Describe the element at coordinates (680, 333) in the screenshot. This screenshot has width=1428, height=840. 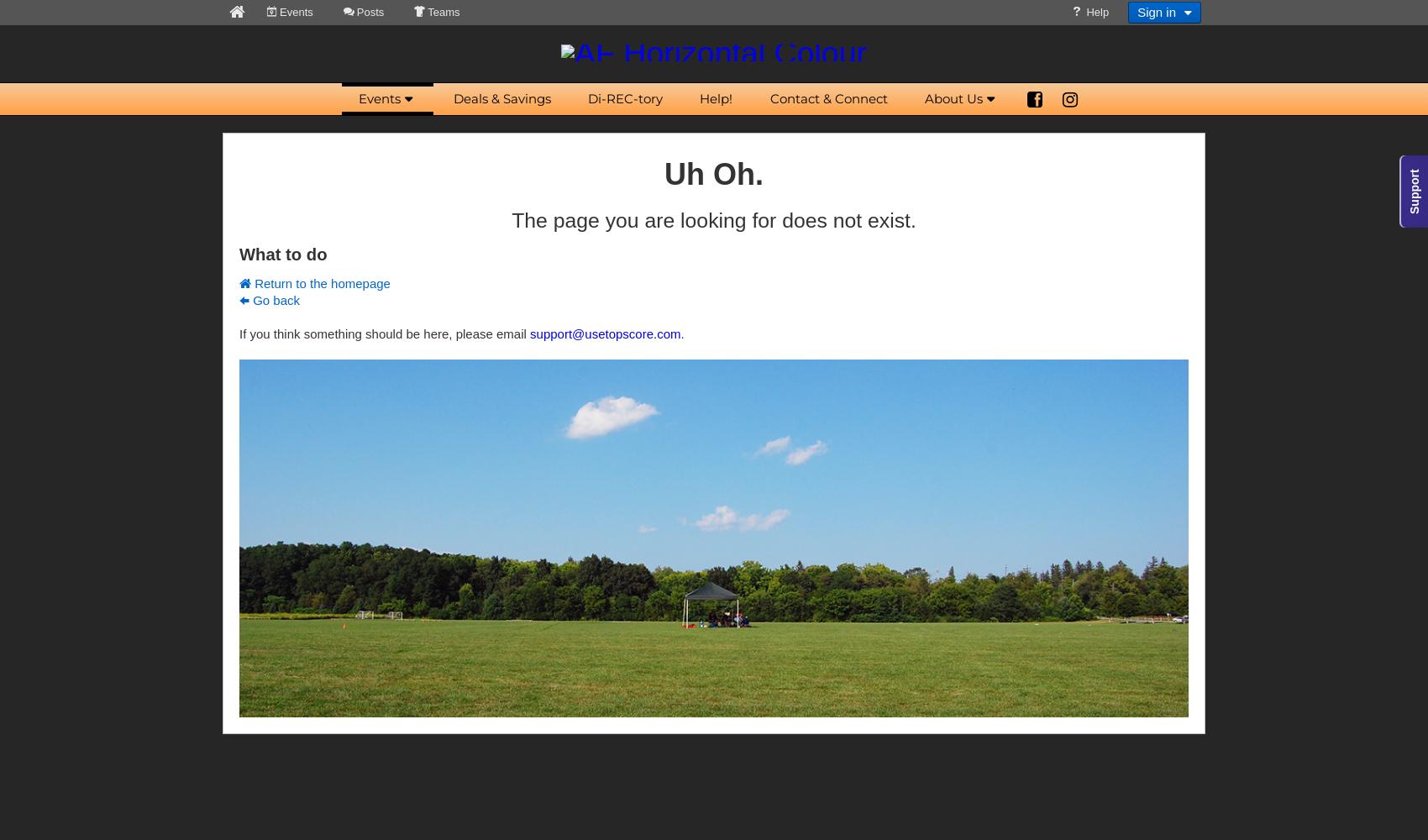
I see `'.'` at that location.